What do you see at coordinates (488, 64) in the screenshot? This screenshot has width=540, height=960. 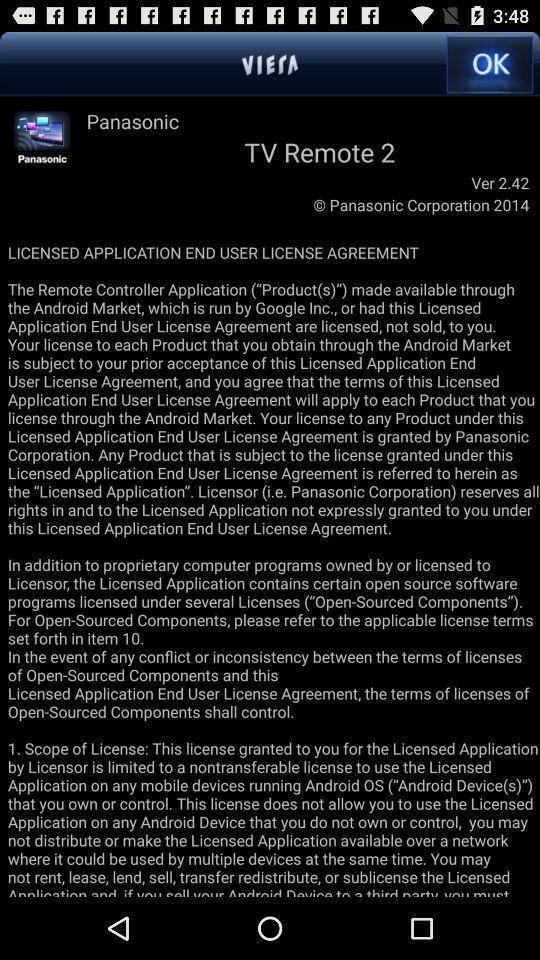 I see `accept to move on` at bounding box center [488, 64].